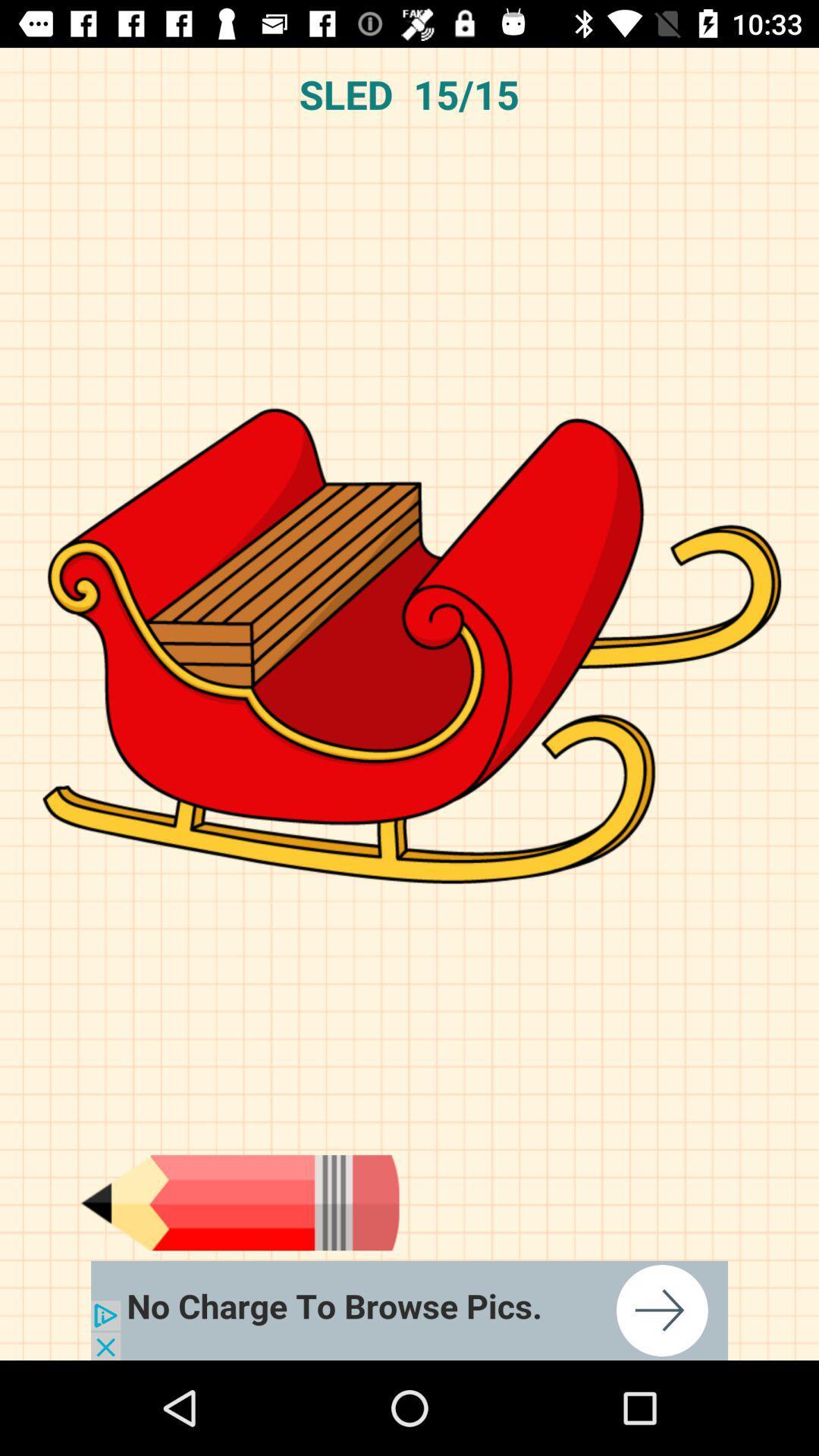  What do you see at coordinates (409, 1310) in the screenshot?
I see `advertisement page` at bounding box center [409, 1310].